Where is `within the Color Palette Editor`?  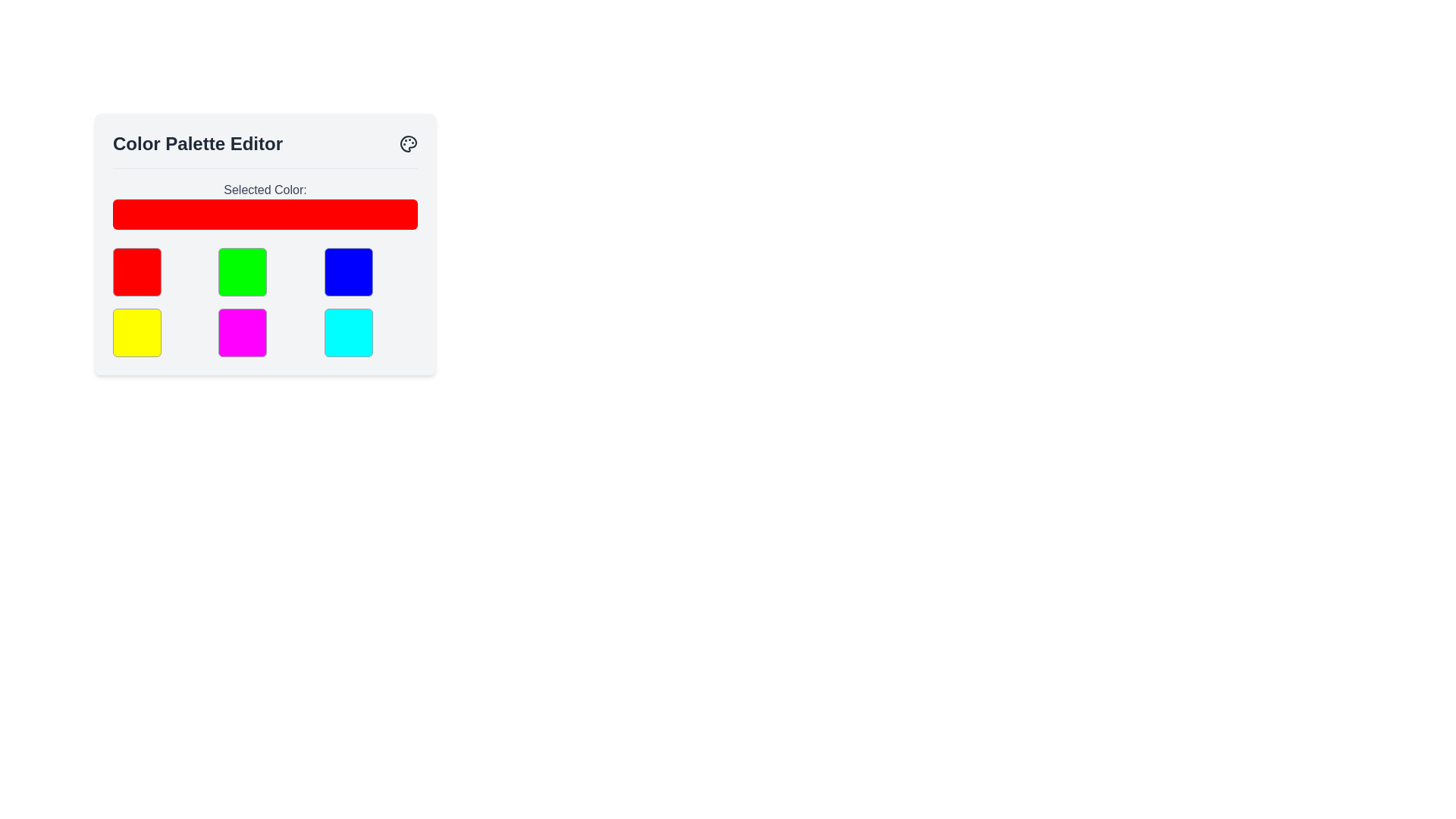
within the Color Palette Editor is located at coordinates (265, 243).